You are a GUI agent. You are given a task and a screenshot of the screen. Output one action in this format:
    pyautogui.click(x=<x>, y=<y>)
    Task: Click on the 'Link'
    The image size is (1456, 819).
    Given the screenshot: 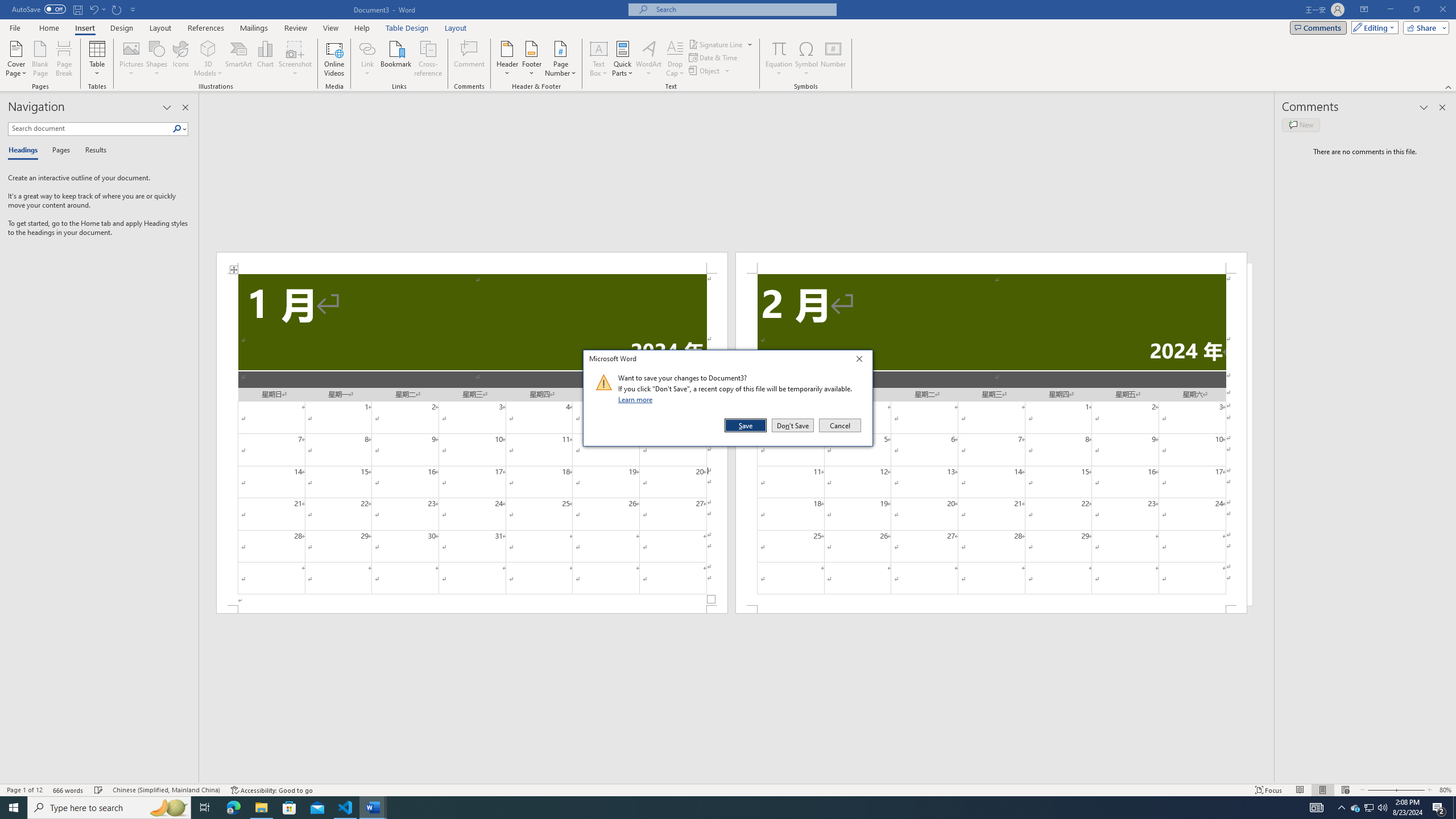 What is the action you would take?
    pyautogui.click(x=367, y=48)
    